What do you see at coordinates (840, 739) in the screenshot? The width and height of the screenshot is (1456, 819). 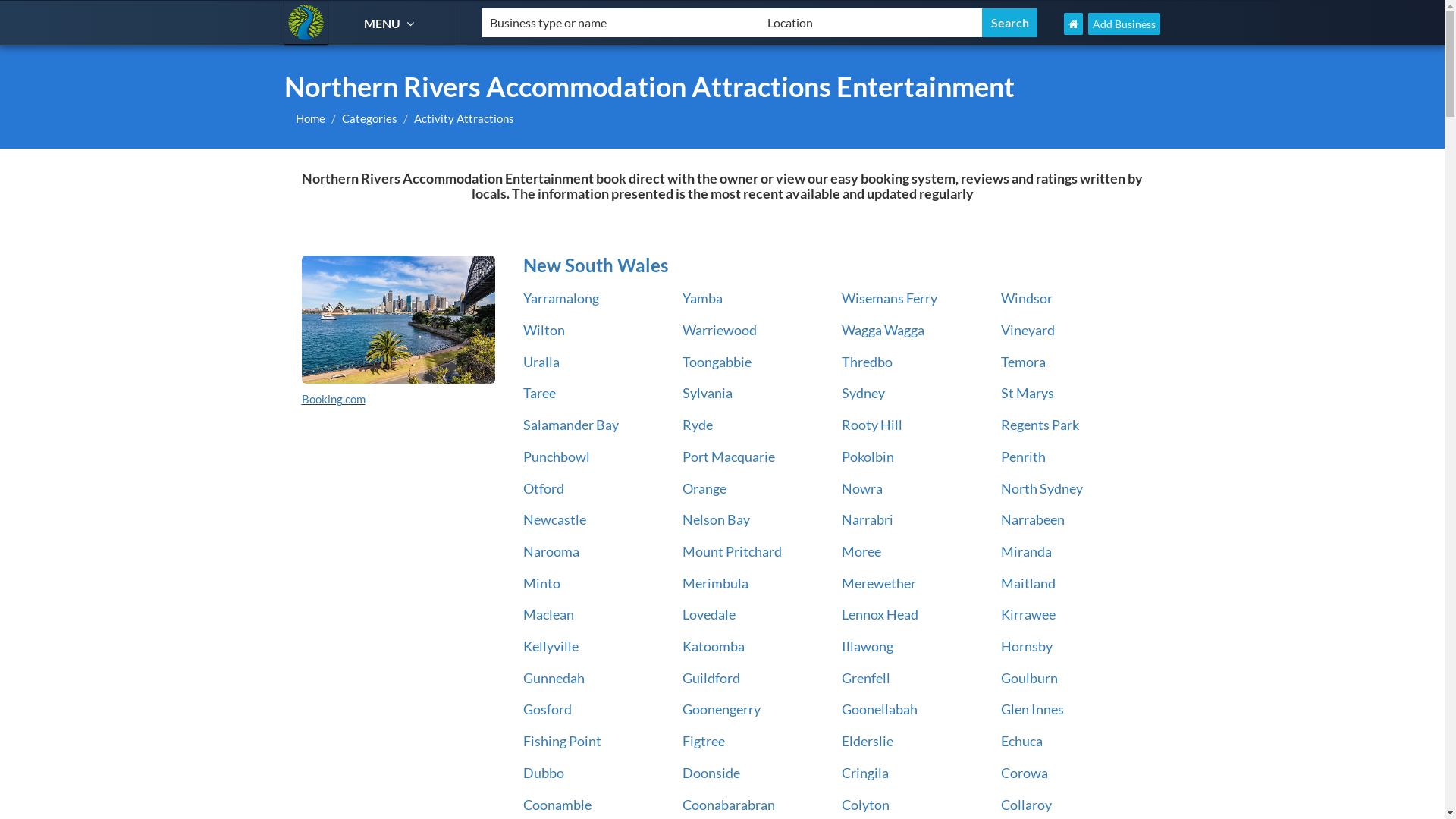 I see `'Elderslie'` at bounding box center [840, 739].